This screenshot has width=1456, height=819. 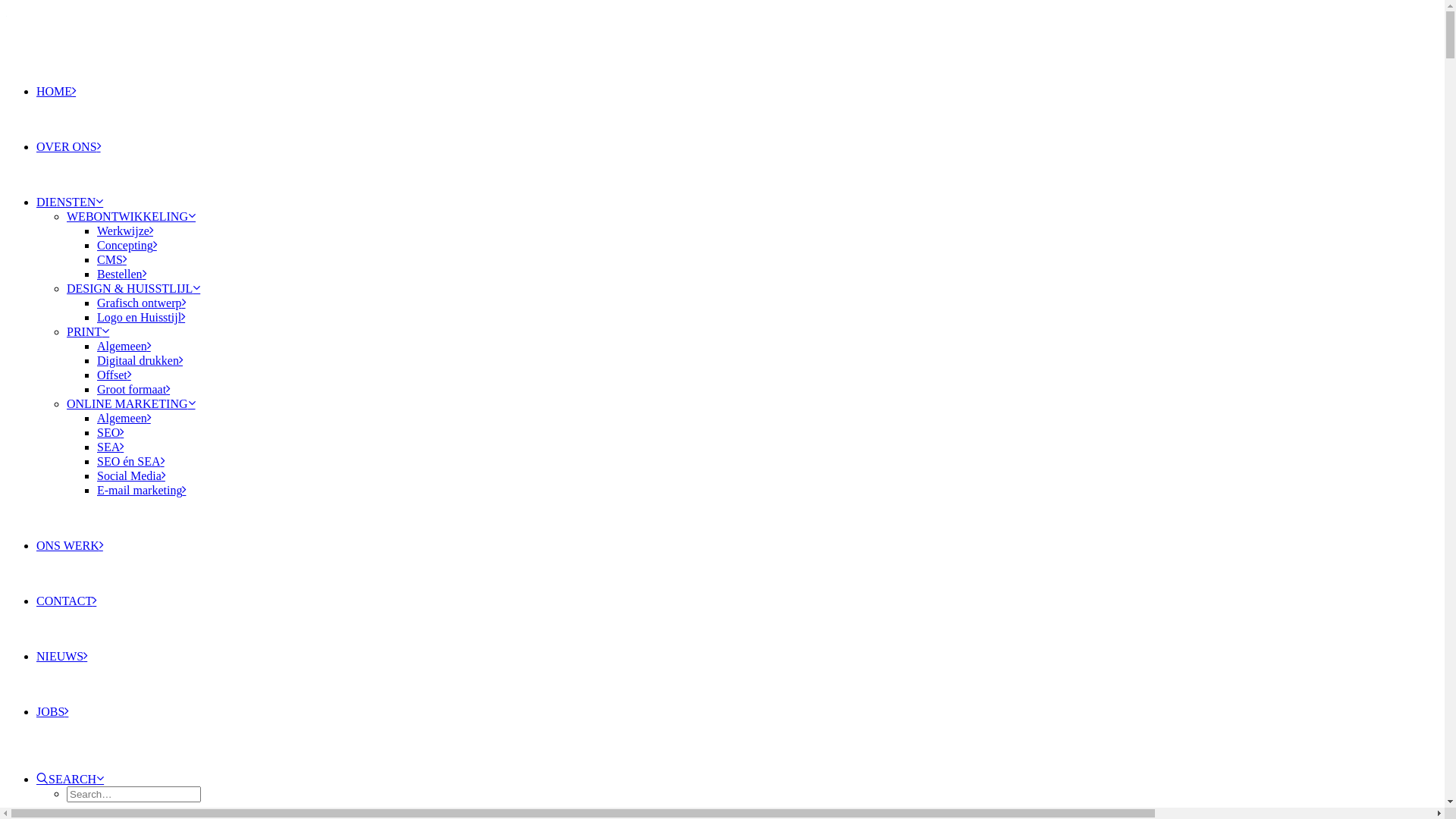 I want to click on 'SEA', so click(x=109, y=446).